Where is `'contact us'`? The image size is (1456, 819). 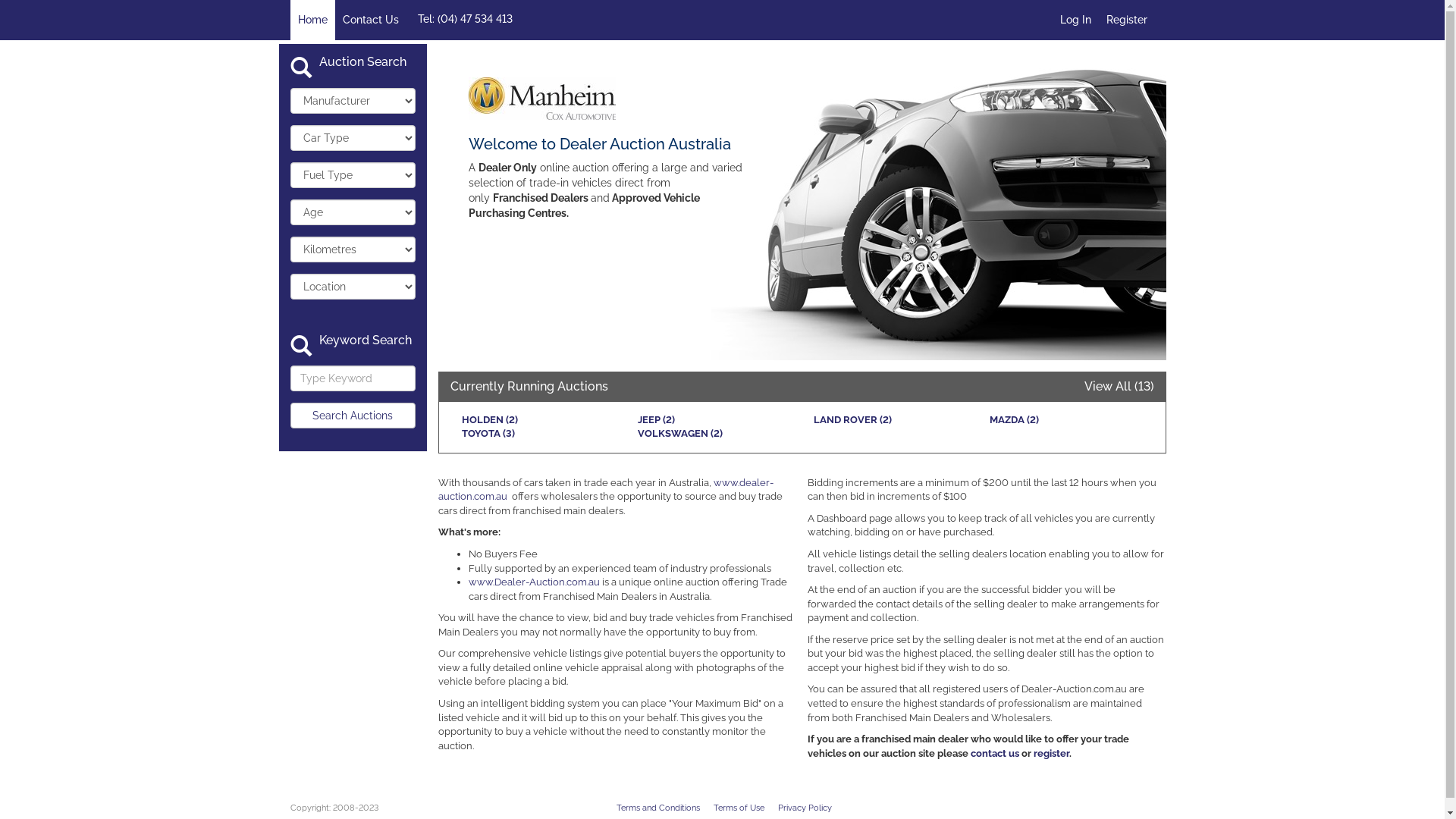
'contact us' is located at coordinates (971, 753).